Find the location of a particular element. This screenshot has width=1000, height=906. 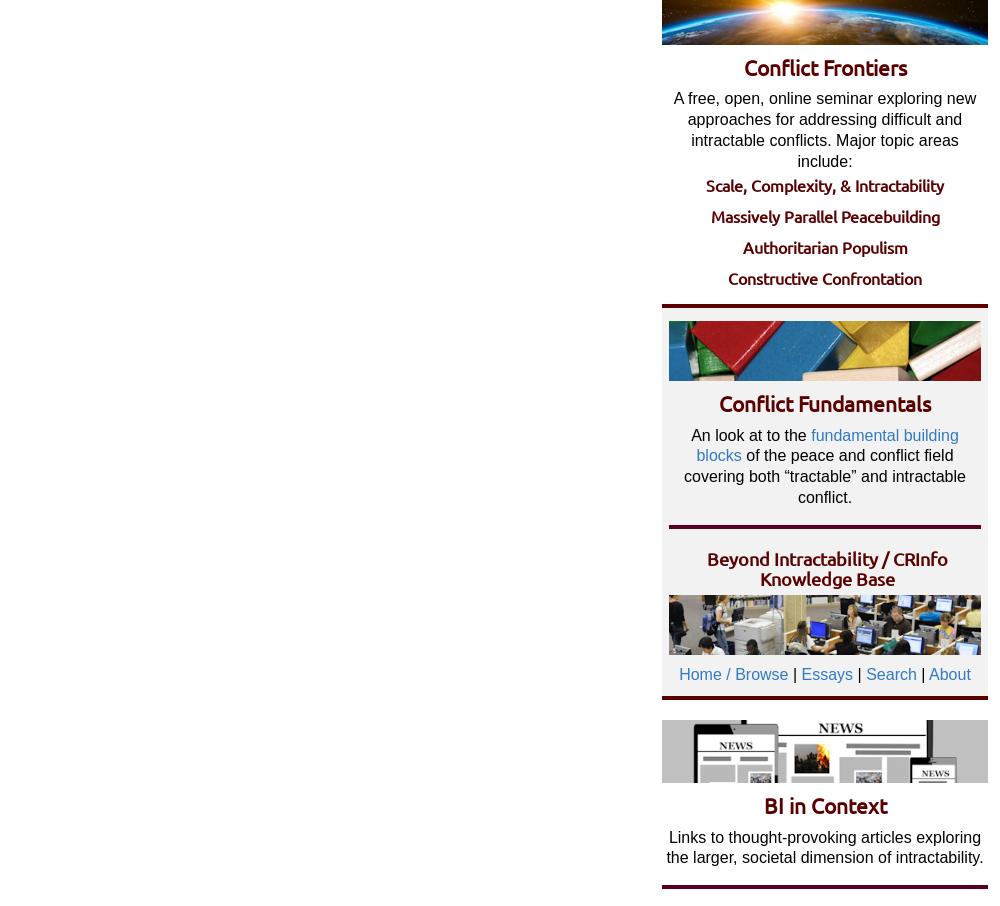

'Home / Browse' is located at coordinates (732, 672).